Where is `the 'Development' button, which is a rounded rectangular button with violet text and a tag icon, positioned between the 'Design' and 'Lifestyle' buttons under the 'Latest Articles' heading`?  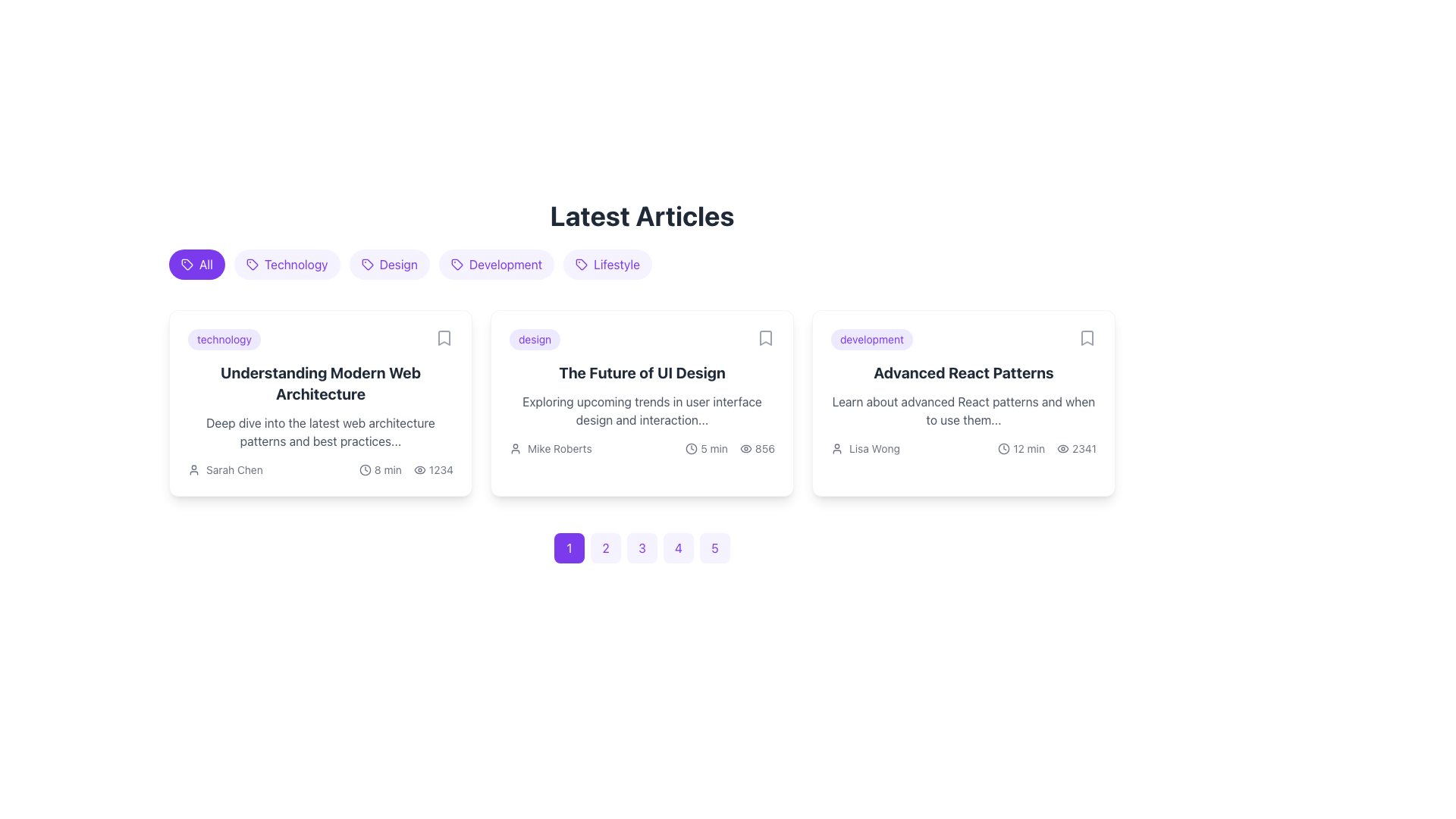 the 'Development' button, which is a rounded rectangular button with violet text and a tag icon, positioned between the 'Design' and 'Lifestyle' buttons under the 'Latest Articles' heading is located at coordinates (497, 263).